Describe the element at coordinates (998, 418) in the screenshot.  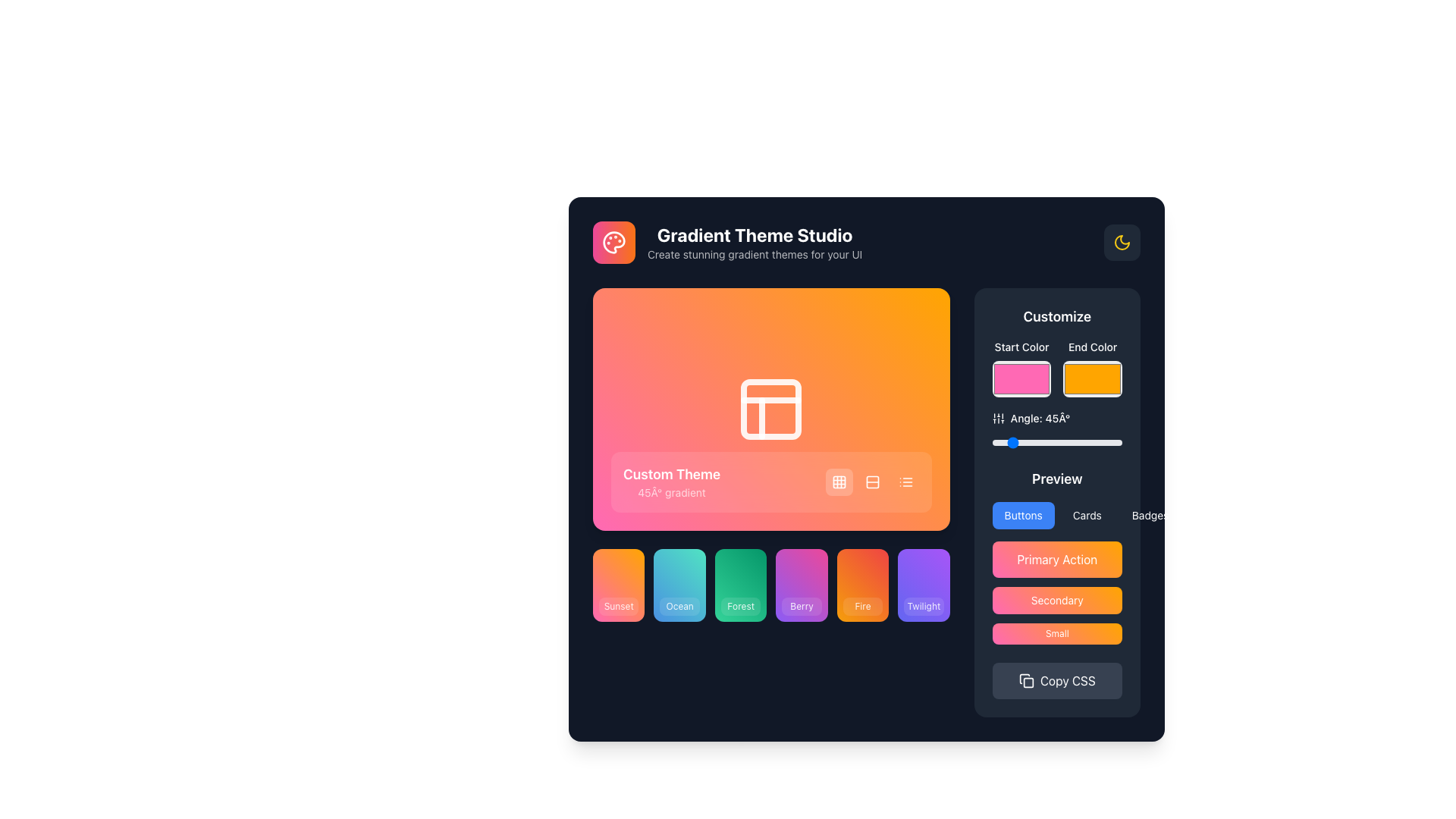
I see `the settings icon located` at that location.